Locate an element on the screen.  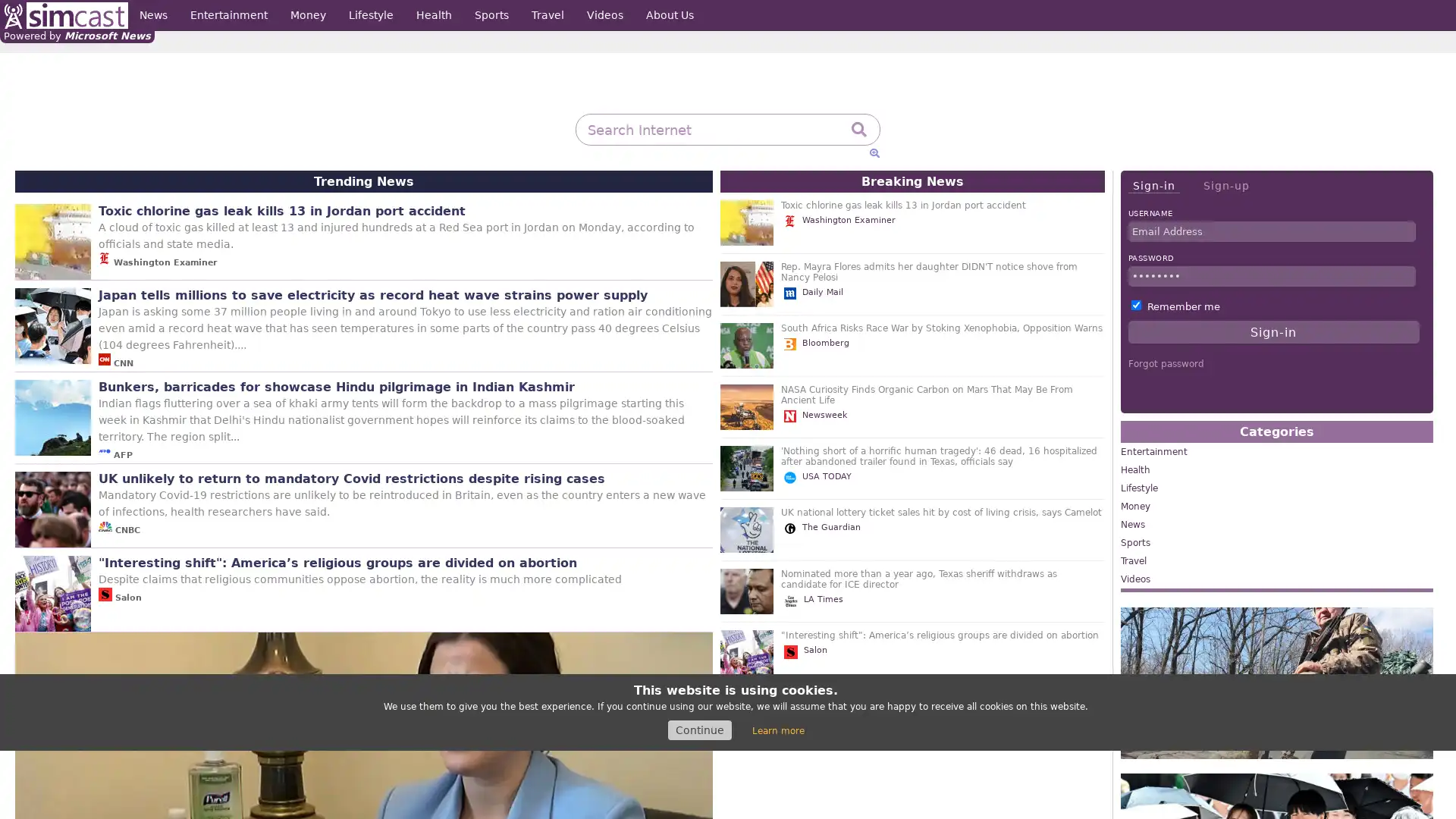
Sign-in is located at coordinates (1273, 331).